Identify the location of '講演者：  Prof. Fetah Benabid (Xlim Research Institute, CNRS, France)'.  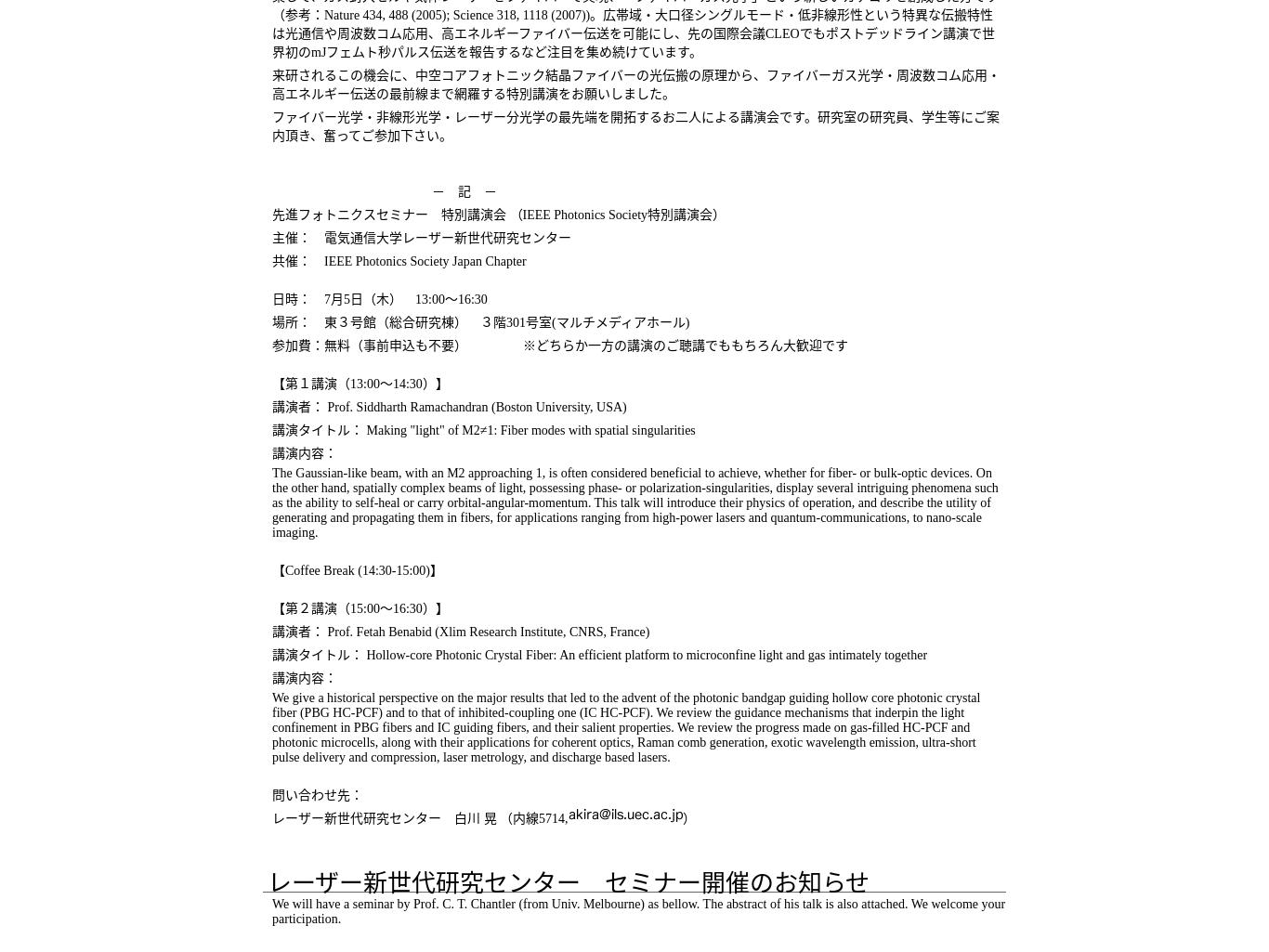
(460, 632).